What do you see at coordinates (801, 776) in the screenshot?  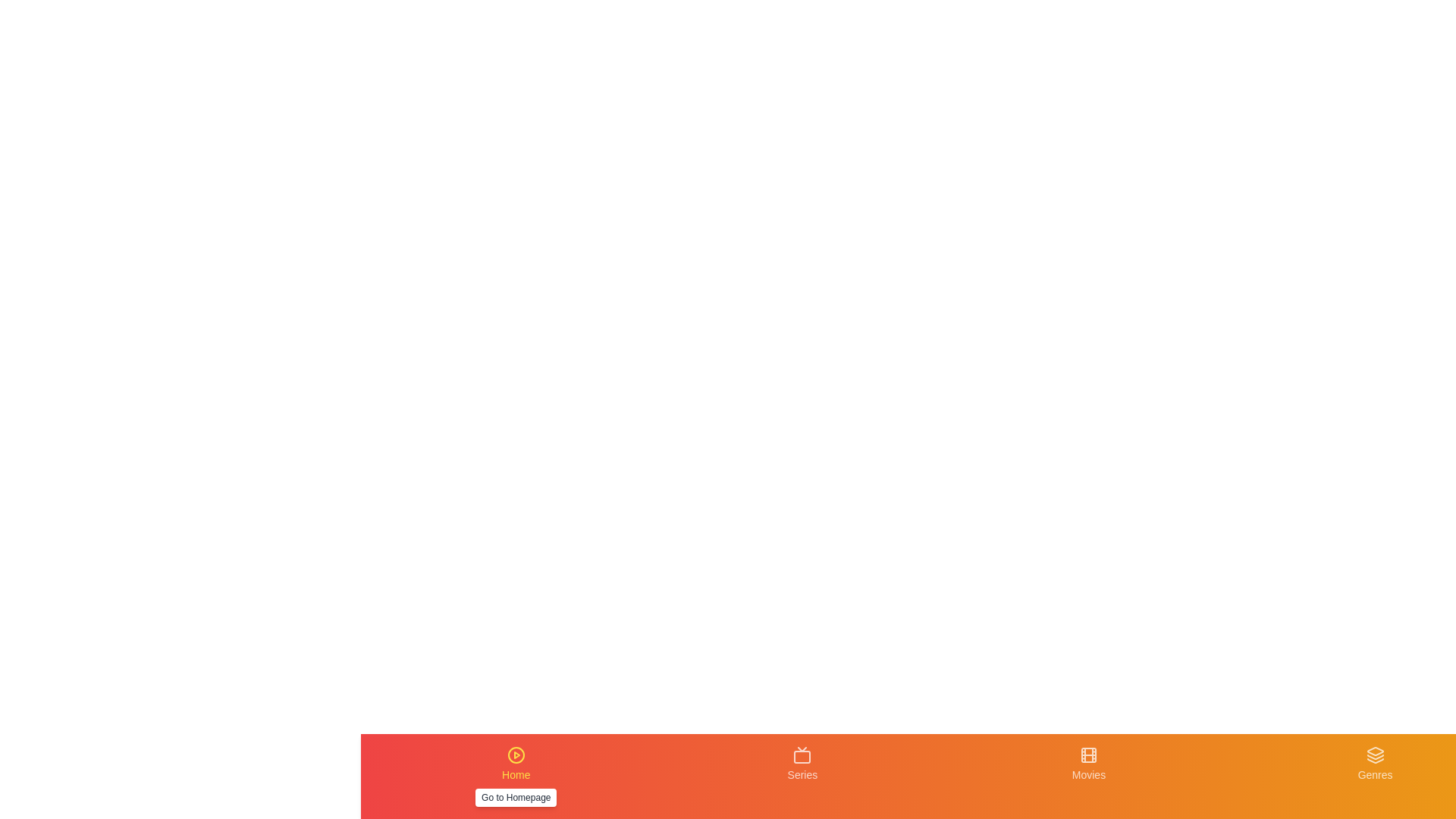 I see `the Series tab to navigate` at bounding box center [801, 776].